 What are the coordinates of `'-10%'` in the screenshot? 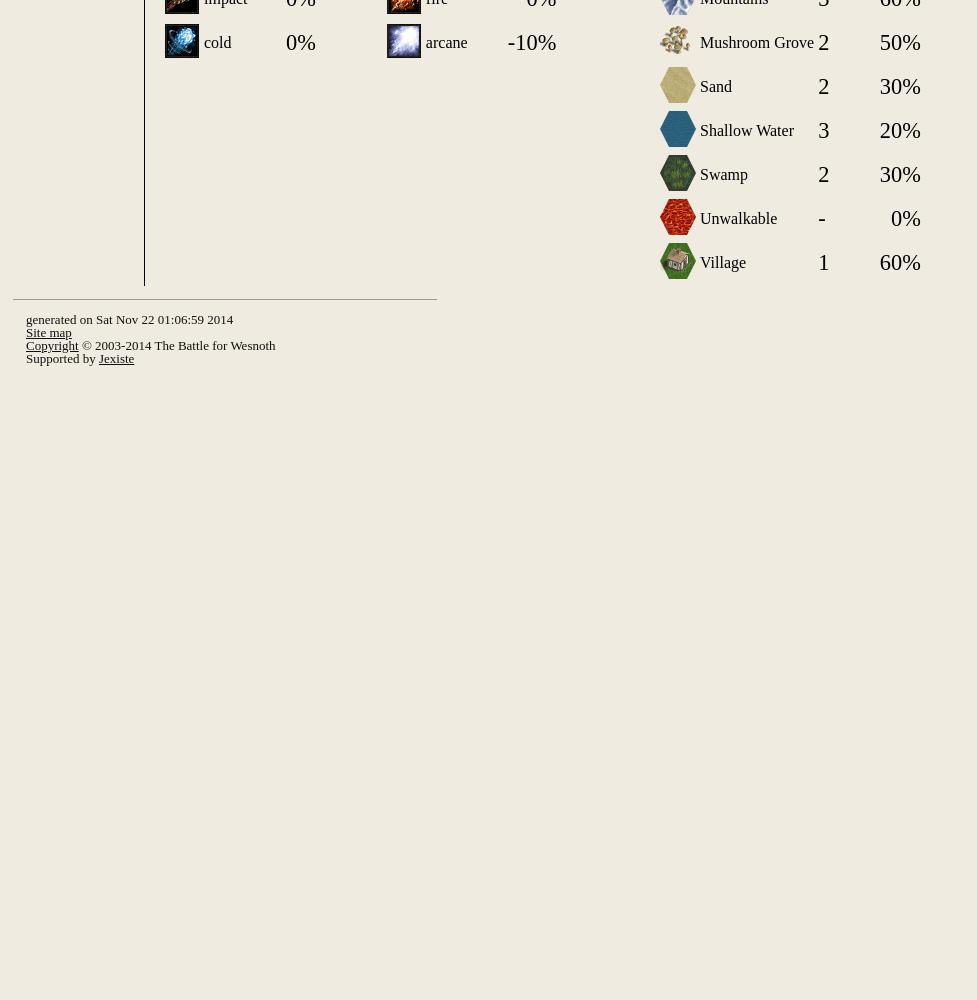 It's located at (530, 42).